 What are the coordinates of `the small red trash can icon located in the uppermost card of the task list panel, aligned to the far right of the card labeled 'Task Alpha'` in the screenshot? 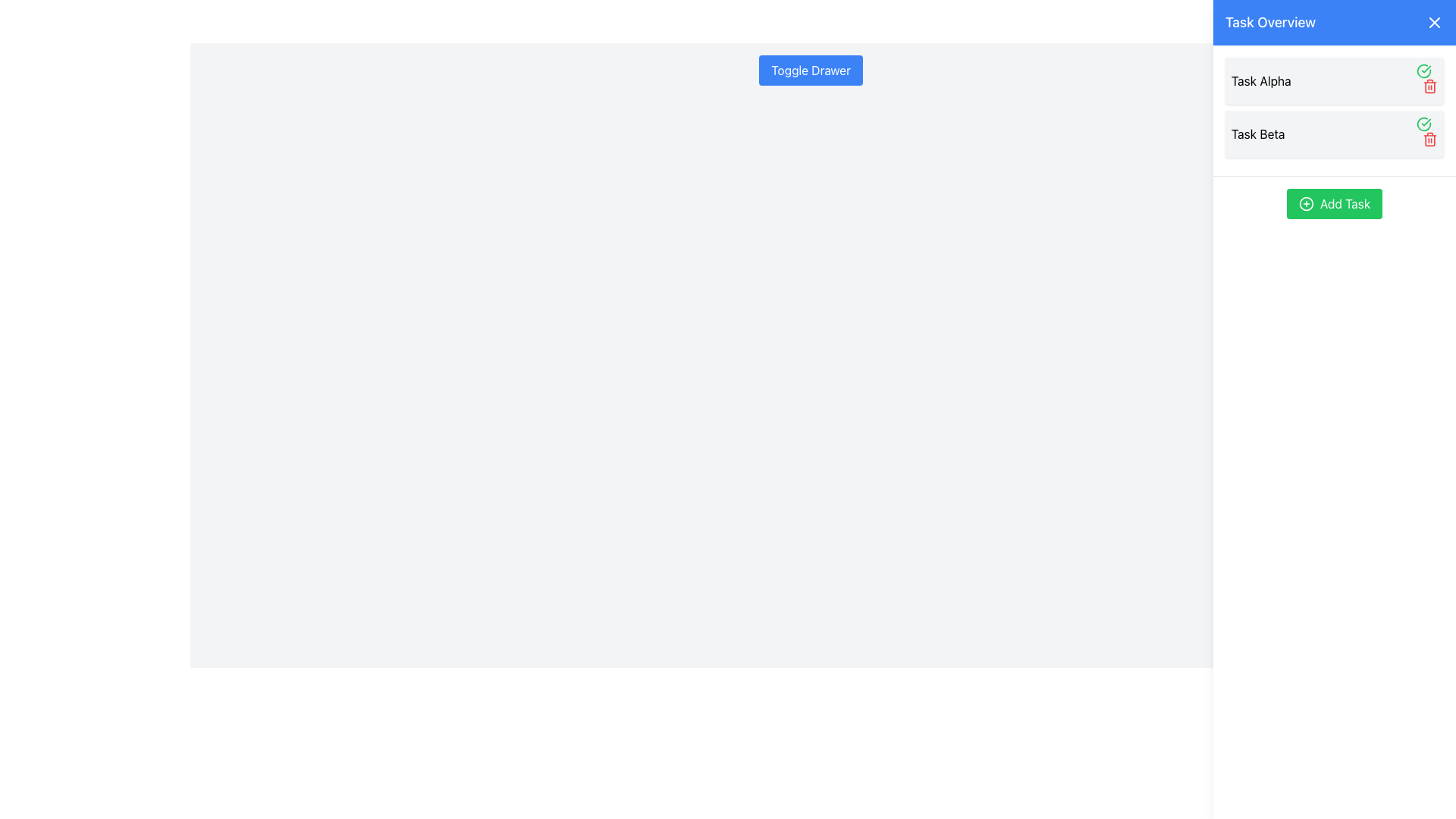 It's located at (1426, 81).